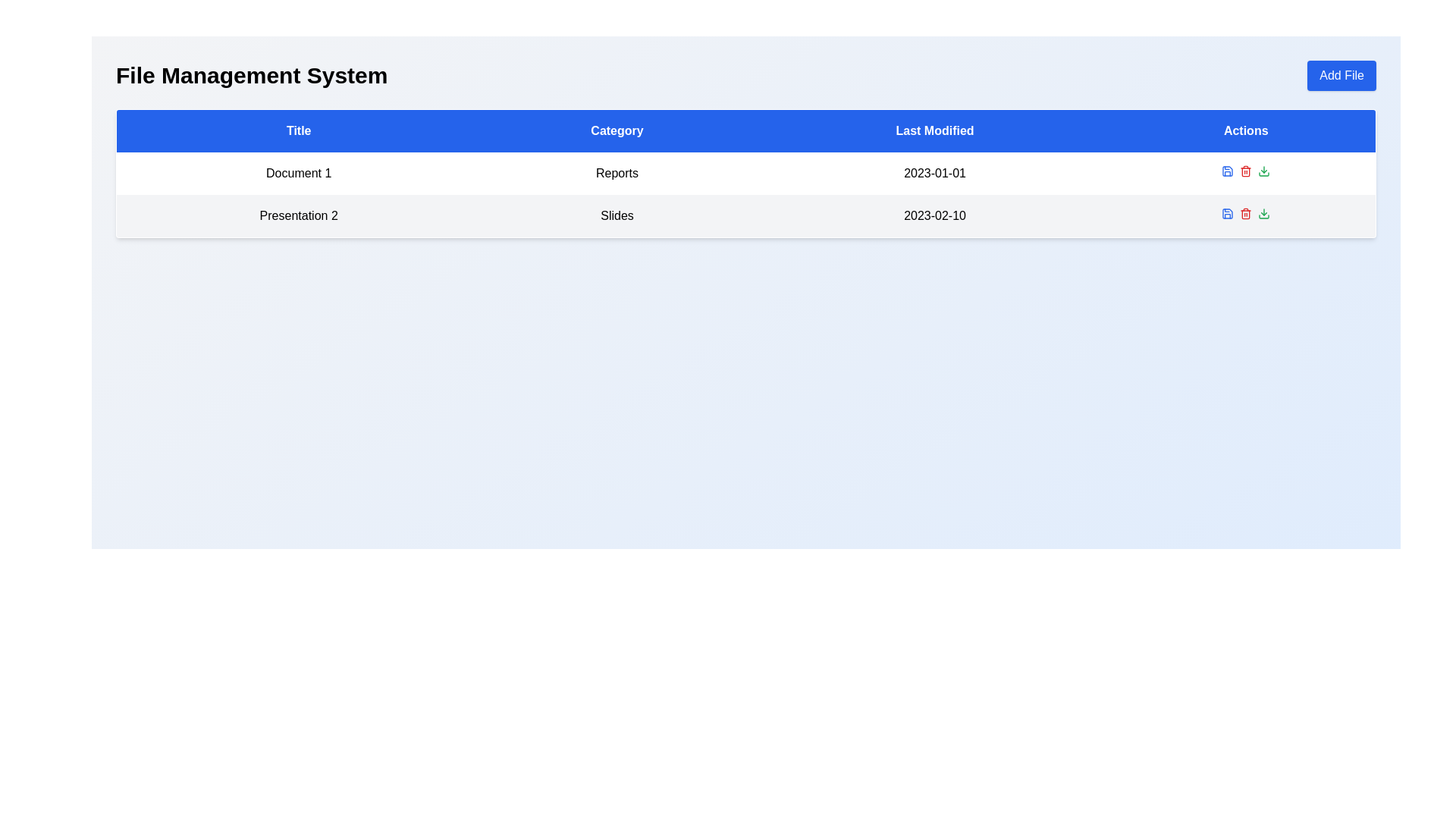 The image size is (1456, 819). I want to click on the static text label 'Title' in the header row of the table, which has a blue background and white text, positioned as the first element on the far left, so click(298, 130).